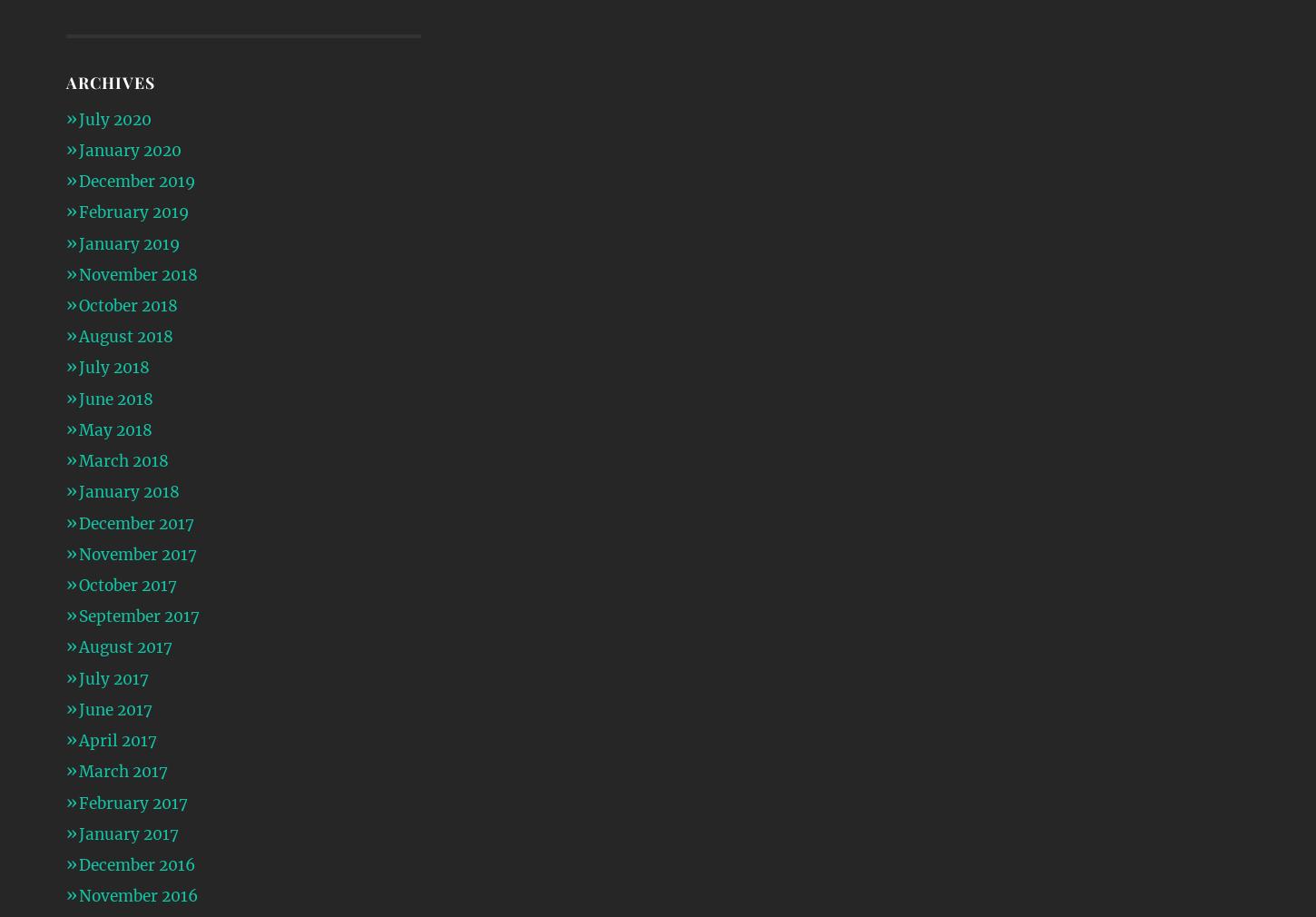  What do you see at coordinates (136, 895) in the screenshot?
I see `'November 2016'` at bounding box center [136, 895].